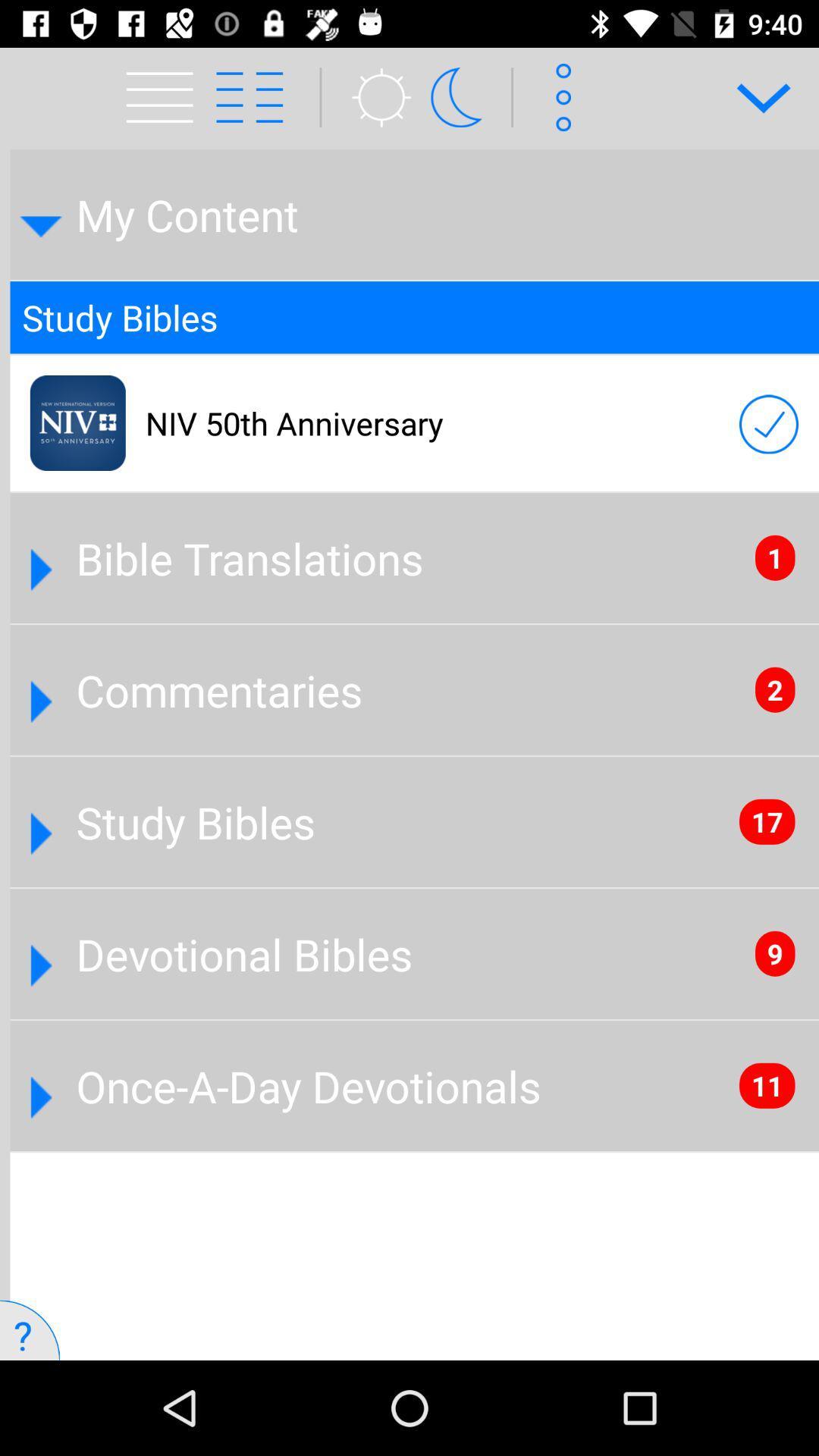 Image resolution: width=819 pixels, height=1456 pixels. What do you see at coordinates (150, 79) in the screenshot?
I see `the menu icon` at bounding box center [150, 79].